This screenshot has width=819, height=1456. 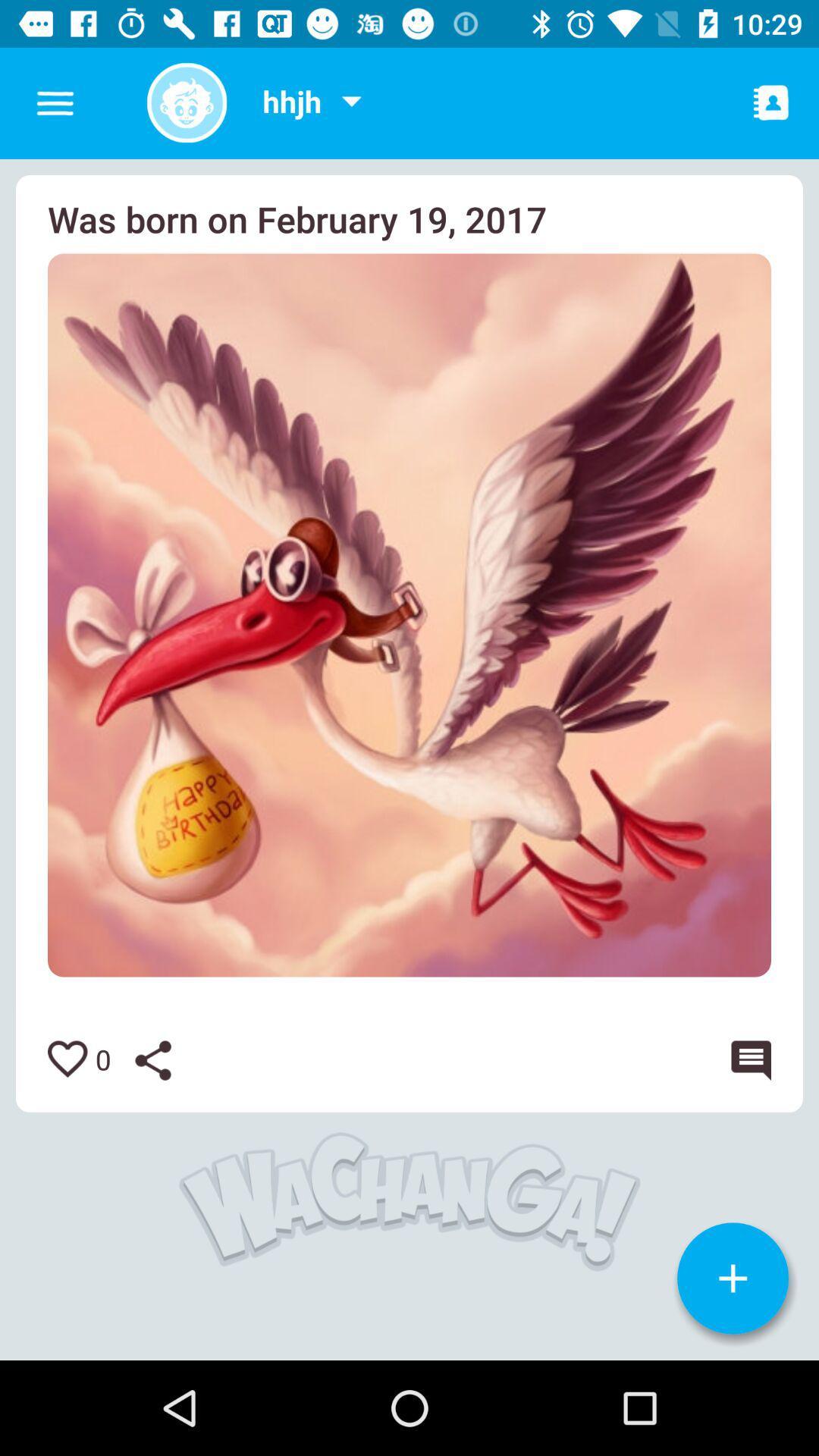 What do you see at coordinates (351, 102) in the screenshot?
I see `menu to view profile` at bounding box center [351, 102].